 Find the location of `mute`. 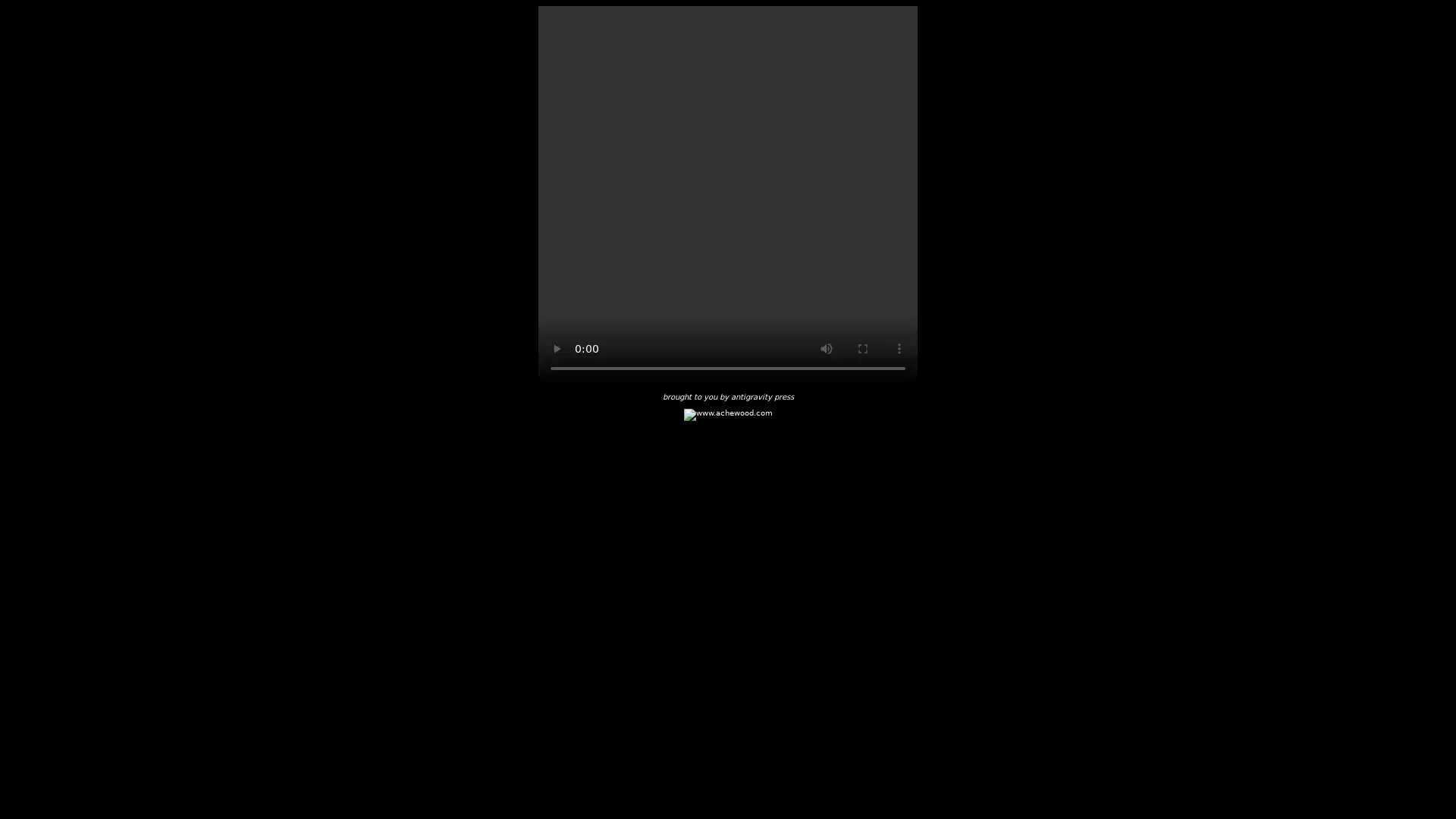

mute is located at coordinates (825, 348).